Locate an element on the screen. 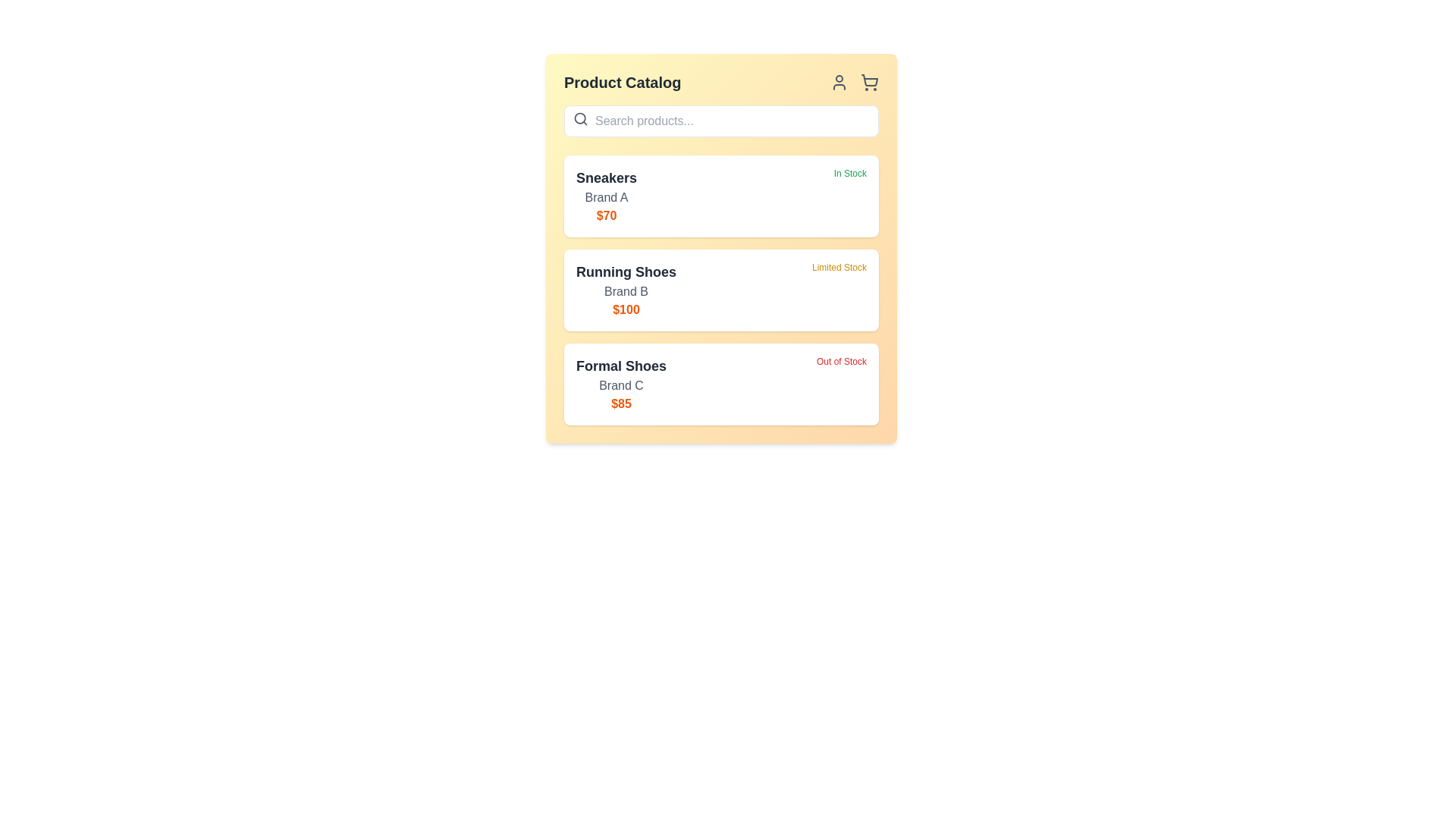 The height and width of the screenshot is (819, 1456). price information displayed in the bold orange text label showing '$70', which is located within the product information card for 'Sneakers' is located at coordinates (607, 216).